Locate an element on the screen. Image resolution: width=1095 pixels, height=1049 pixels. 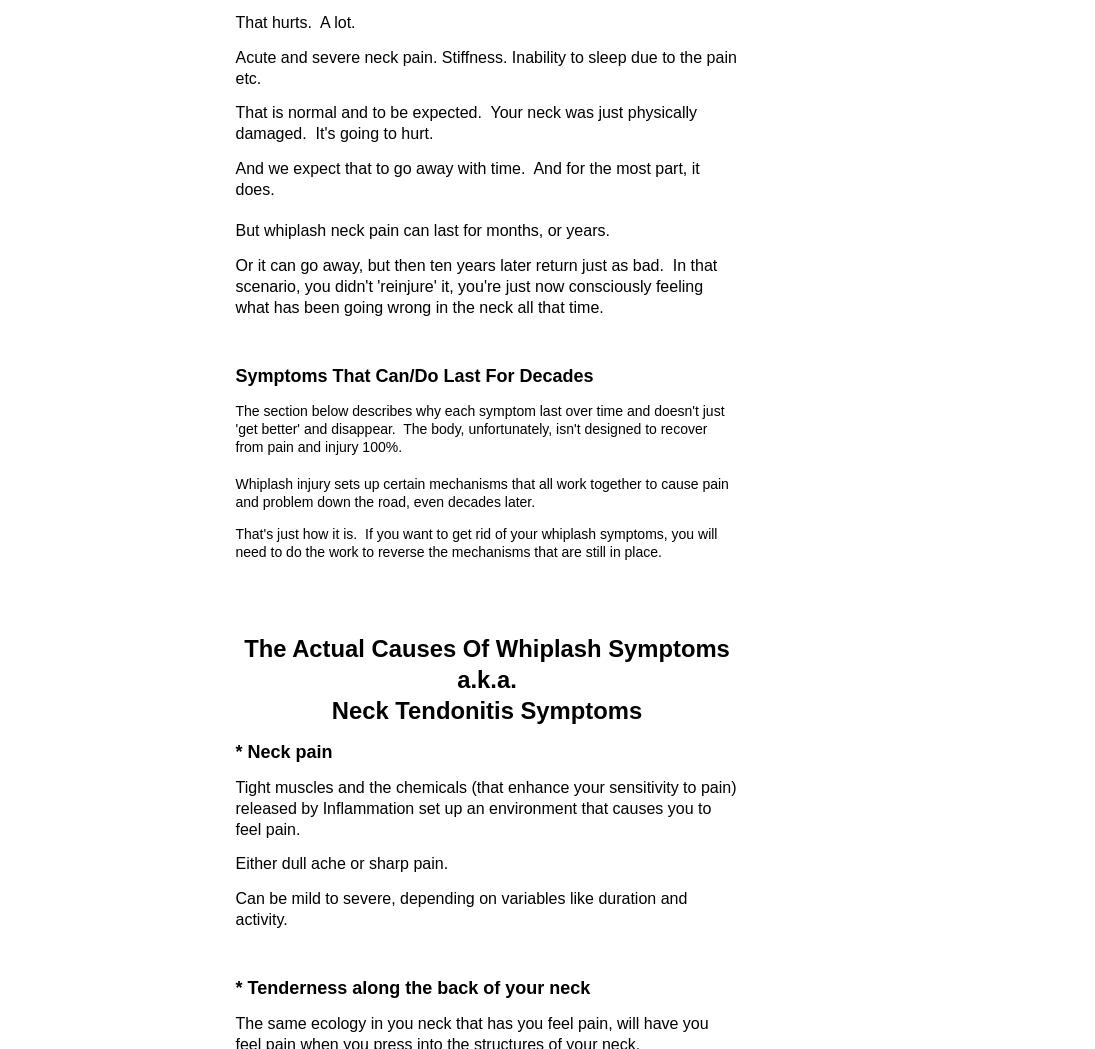
'Symptoms That Can/Do Last For Decades' is located at coordinates (413, 375).